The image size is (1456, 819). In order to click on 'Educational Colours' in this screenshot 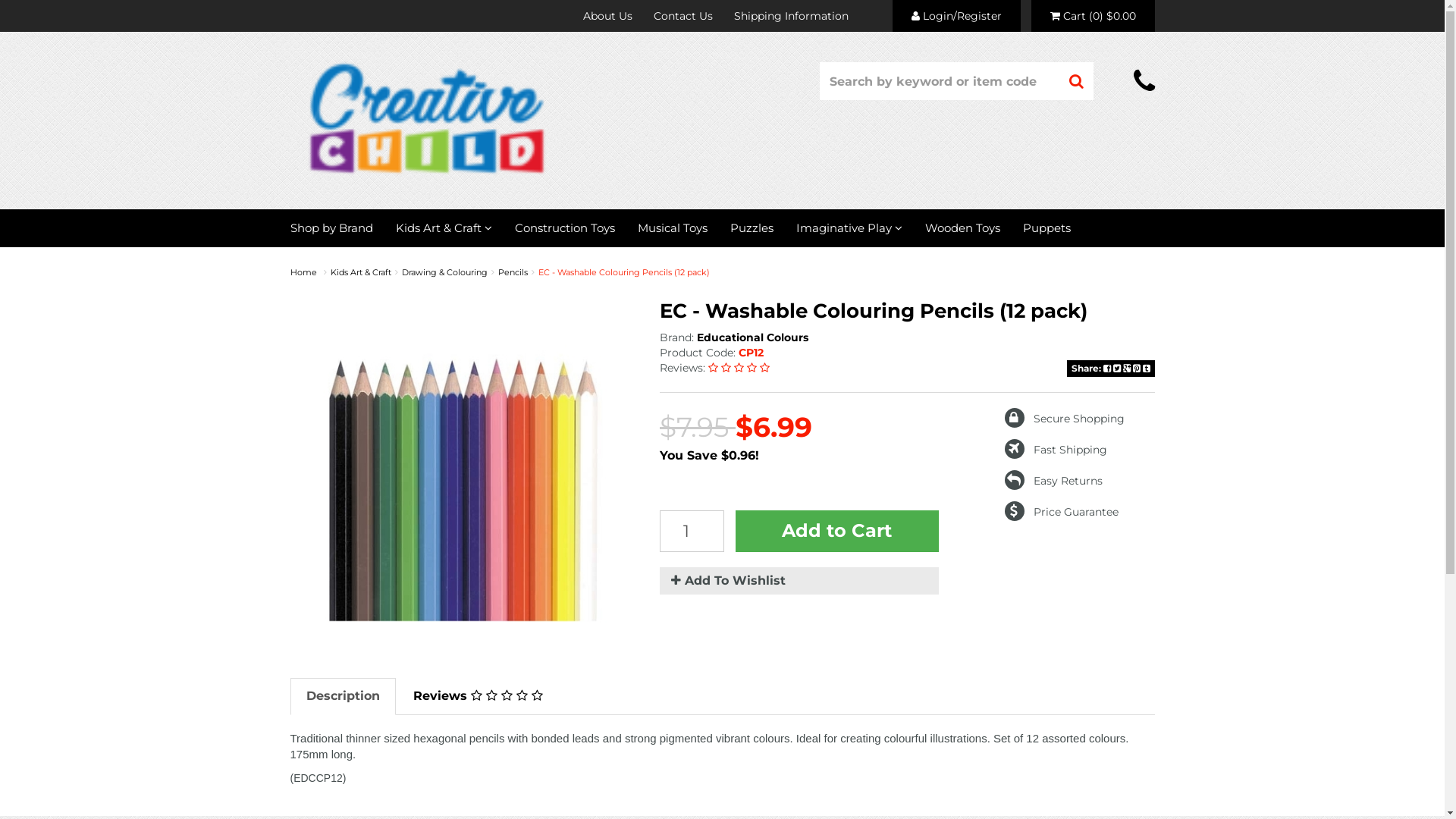, I will do `click(752, 336)`.